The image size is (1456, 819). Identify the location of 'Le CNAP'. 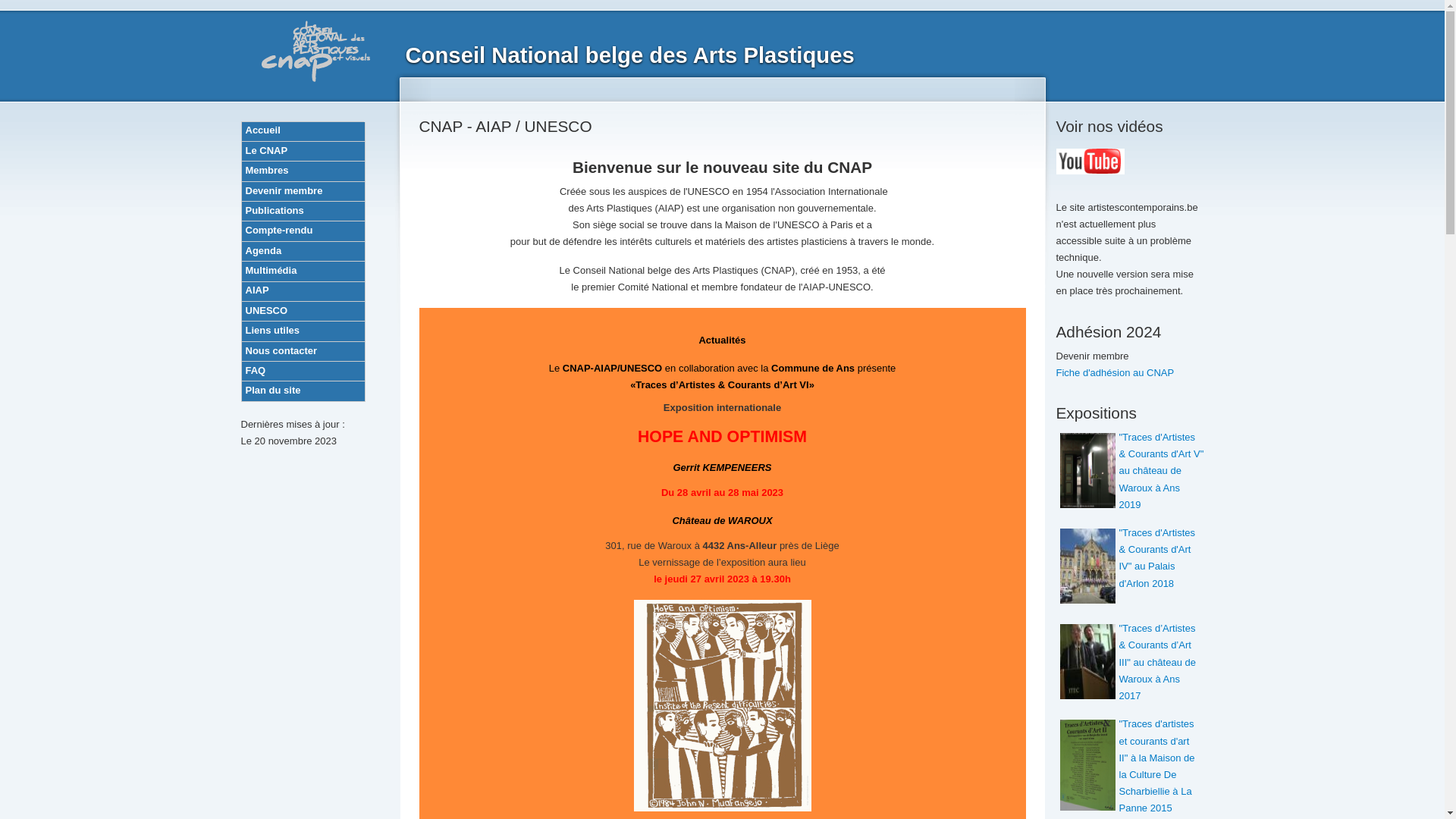
(303, 150).